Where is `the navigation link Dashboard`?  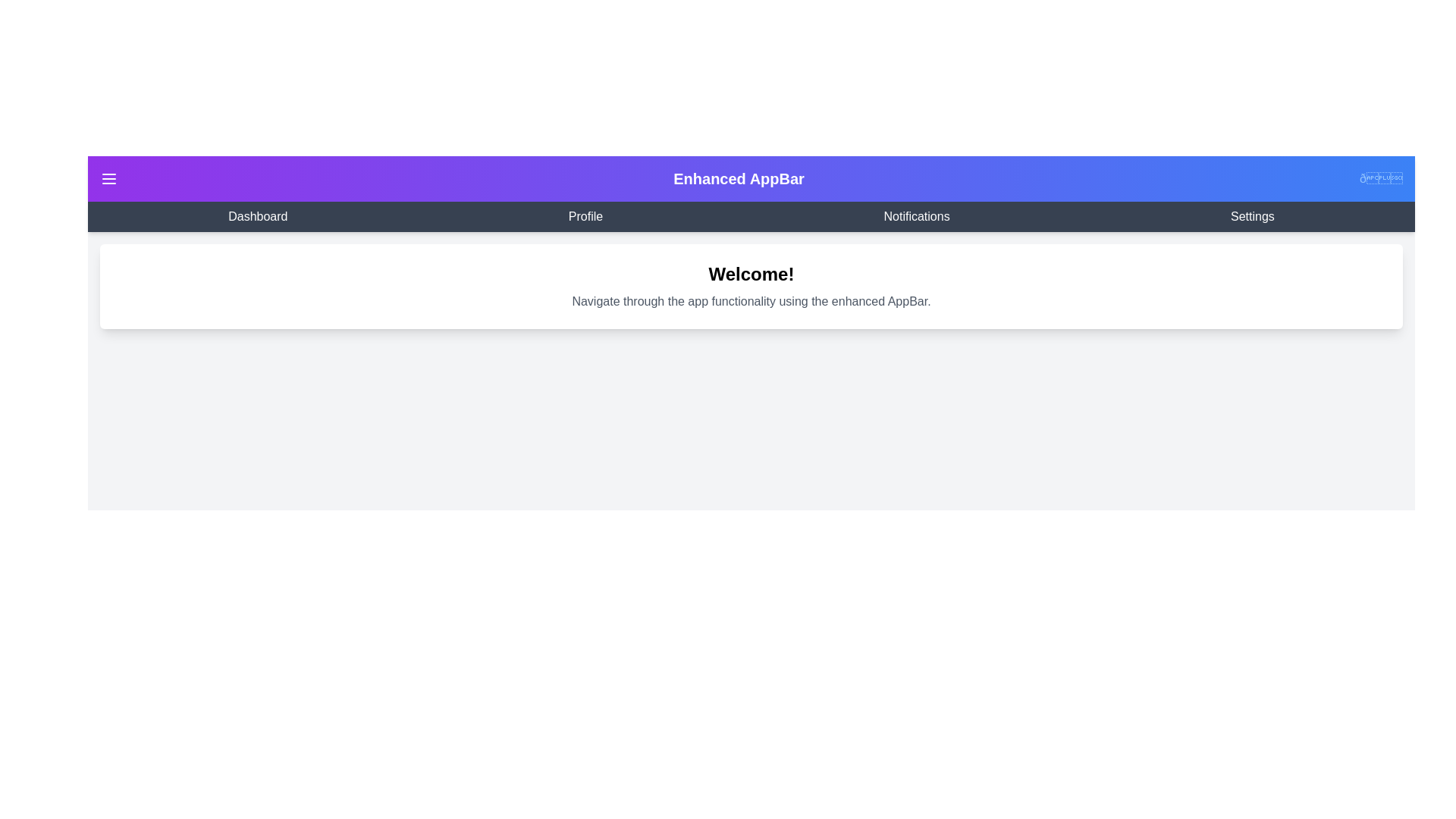 the navigation link Dashboard is located at coordinates (258, 216).